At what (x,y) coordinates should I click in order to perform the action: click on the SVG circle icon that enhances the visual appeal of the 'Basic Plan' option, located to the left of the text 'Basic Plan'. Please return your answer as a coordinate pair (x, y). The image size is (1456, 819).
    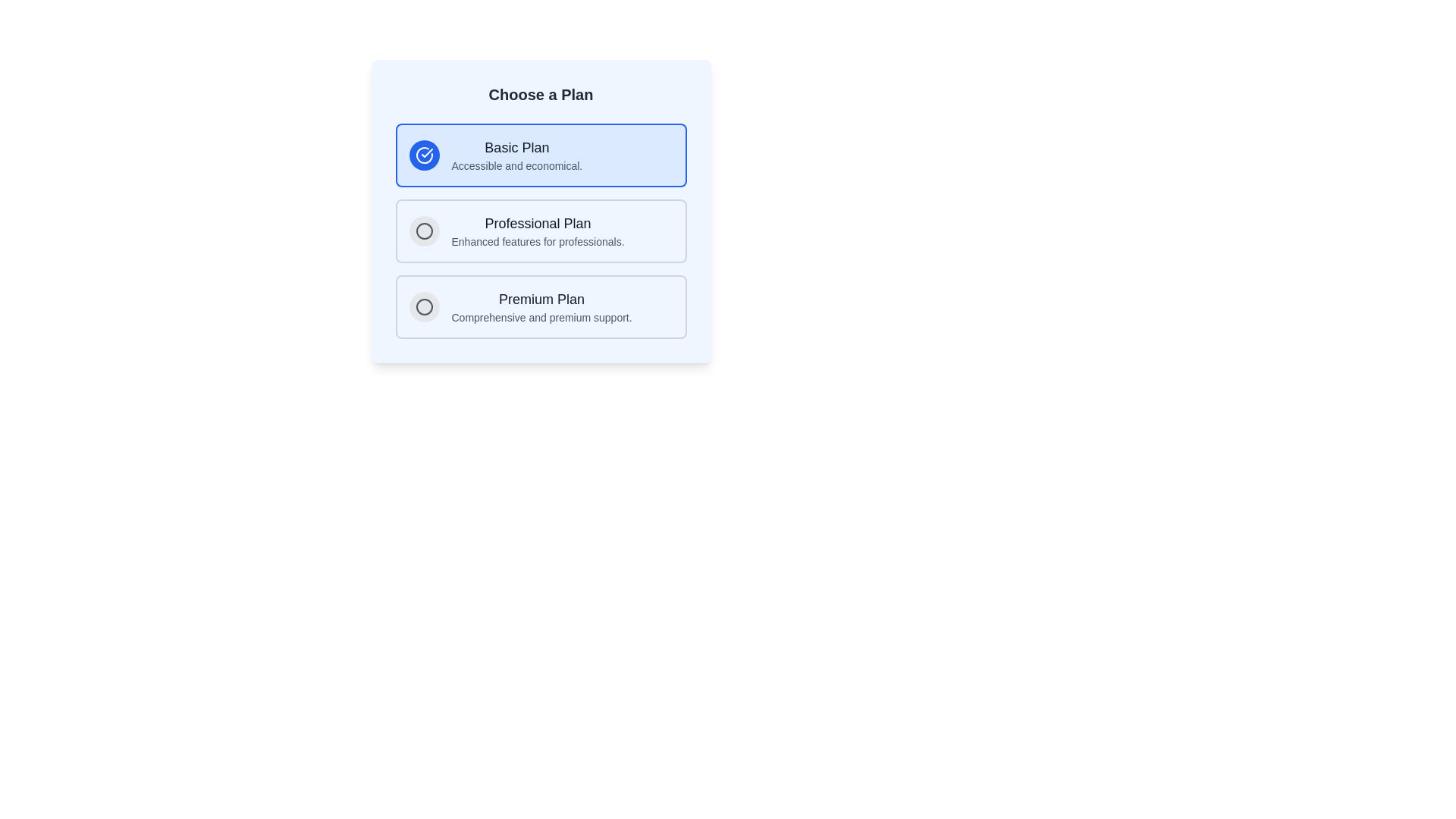
    Looking at the image, I should click on (424, 307).